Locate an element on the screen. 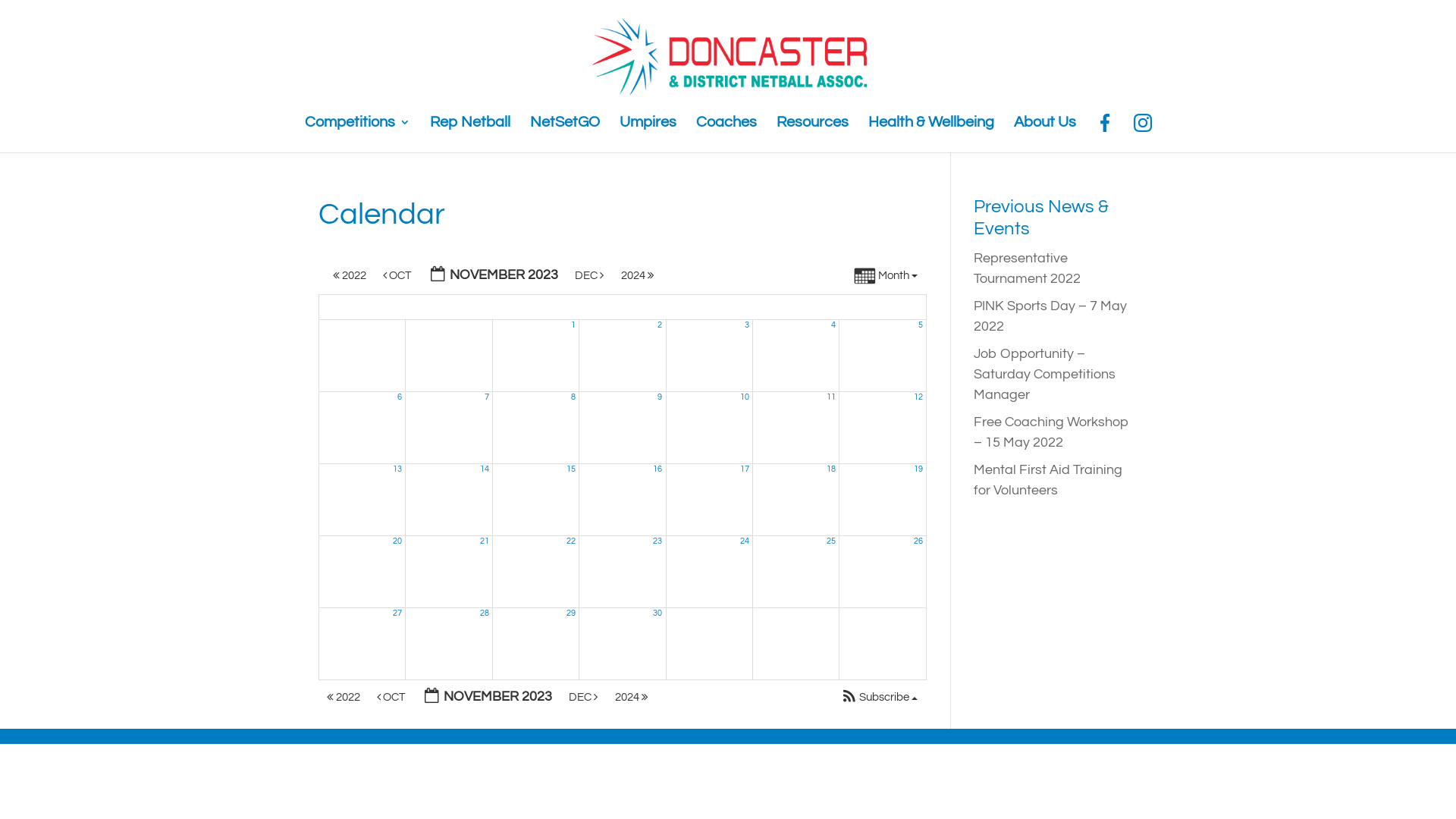 The width and height of the screenshot is (1456, 819). 'Umpires' is located at coordinates (647, 131).